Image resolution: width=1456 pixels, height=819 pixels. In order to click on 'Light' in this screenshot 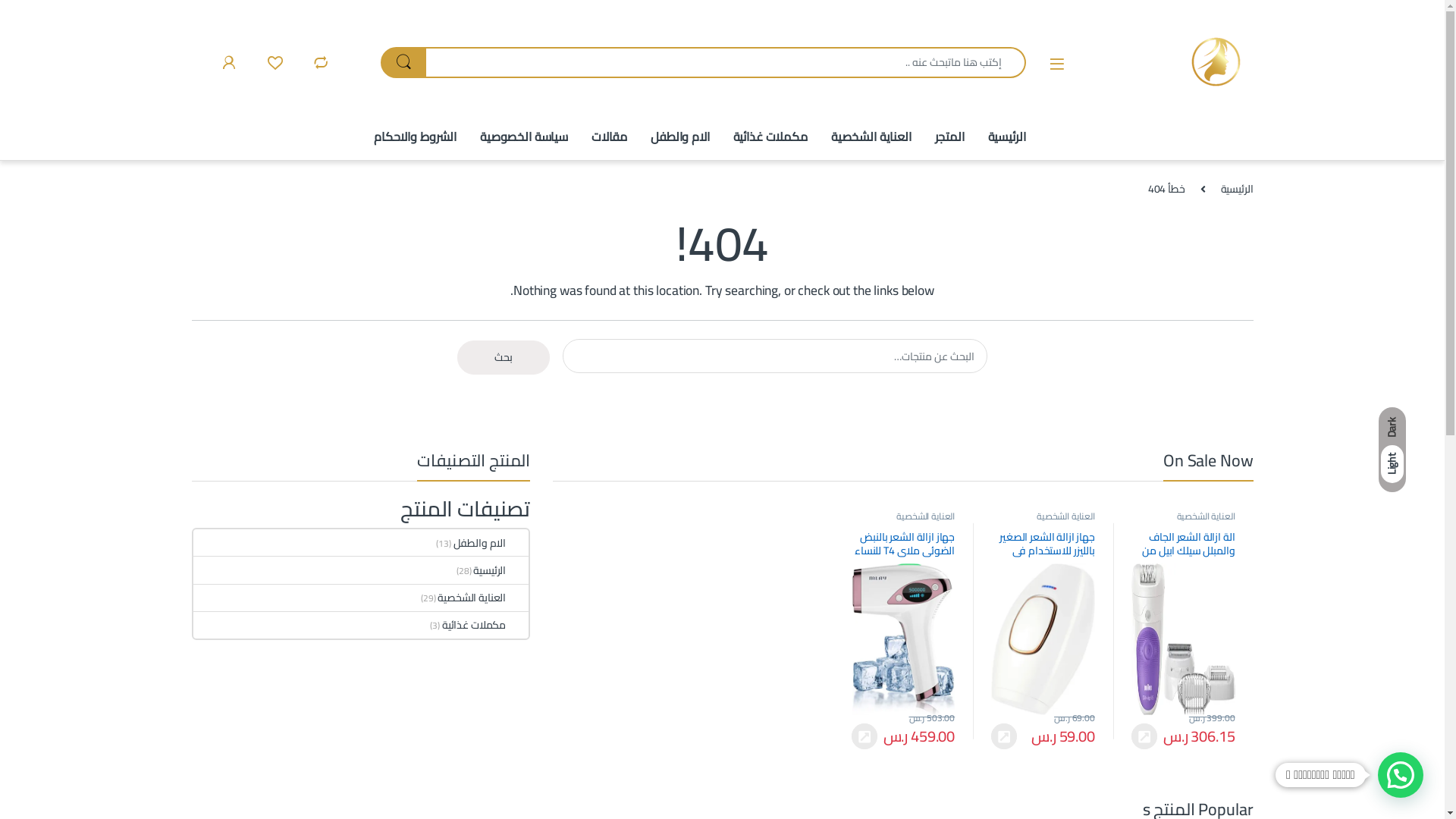, I will do `click(1392, 463)`.